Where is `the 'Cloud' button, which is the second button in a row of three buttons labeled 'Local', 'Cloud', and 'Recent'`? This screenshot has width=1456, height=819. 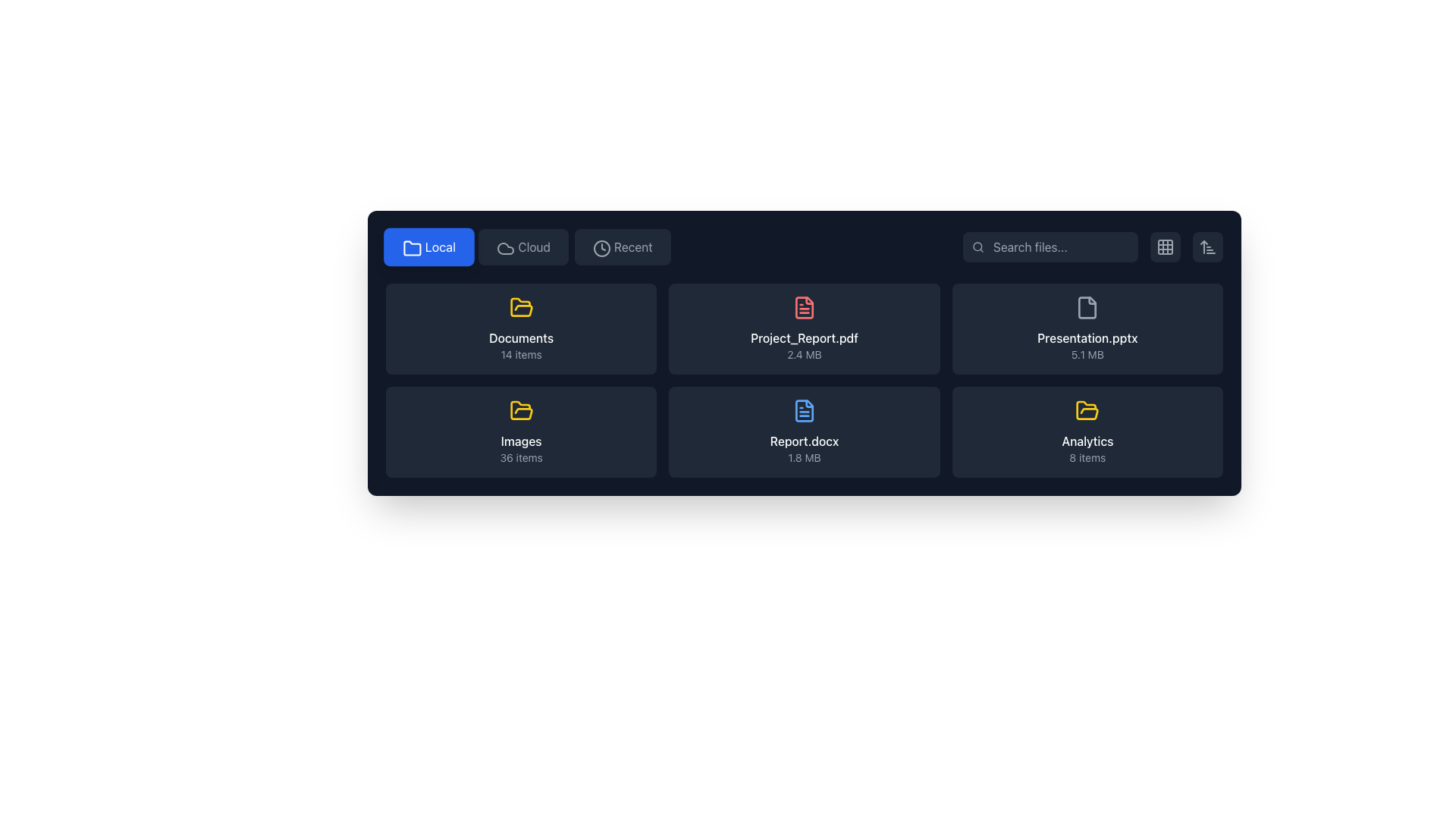 the 'Cloud' button, which is the second button in a row of three buttons labeled 'Local', 'Cloud', and 'Recent' is located at coordinates (528, 246).